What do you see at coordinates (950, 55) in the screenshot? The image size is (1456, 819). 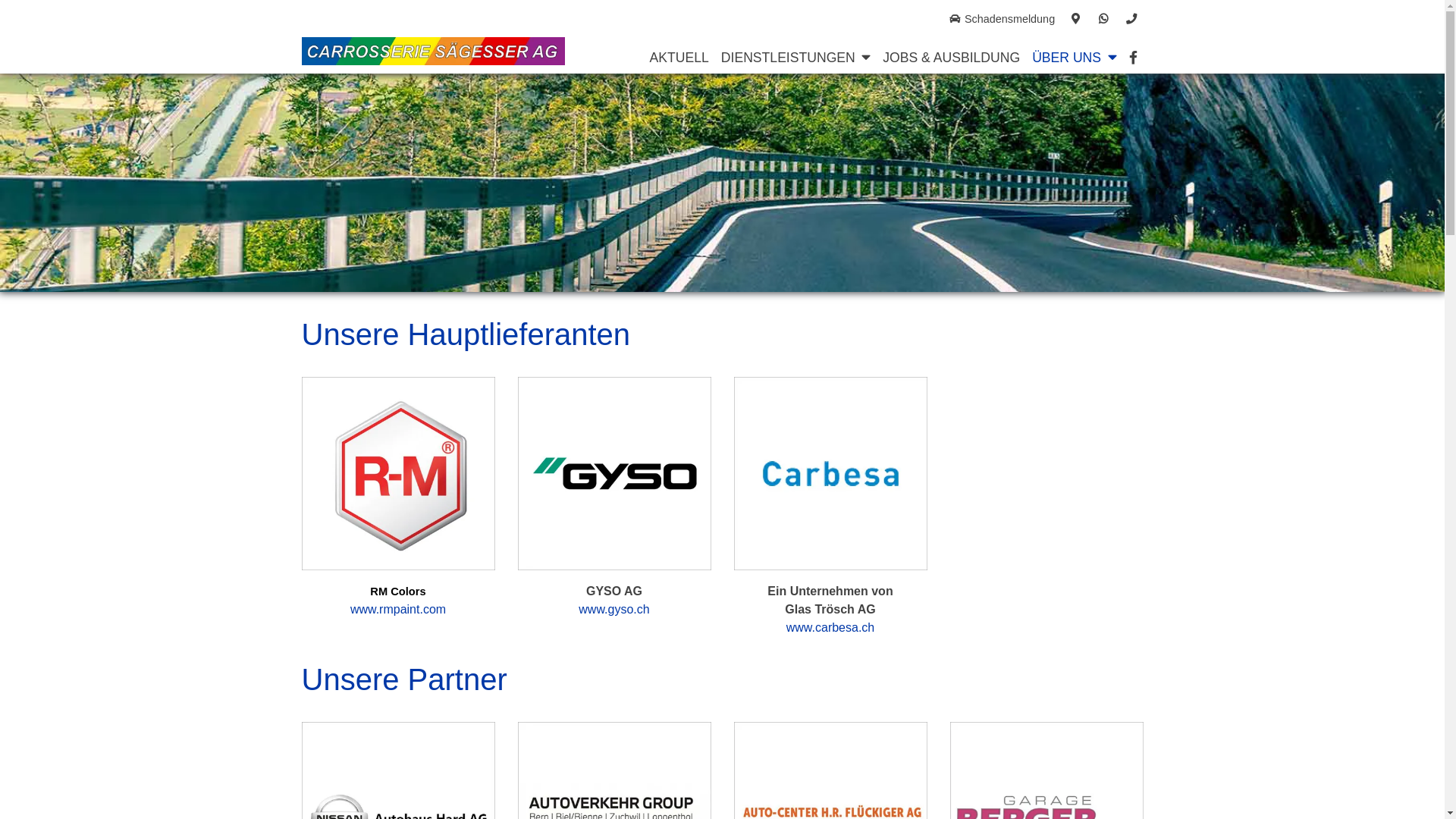 I see `'JOBS & AUSBILDUNG'` at bounding box center [950, 55].